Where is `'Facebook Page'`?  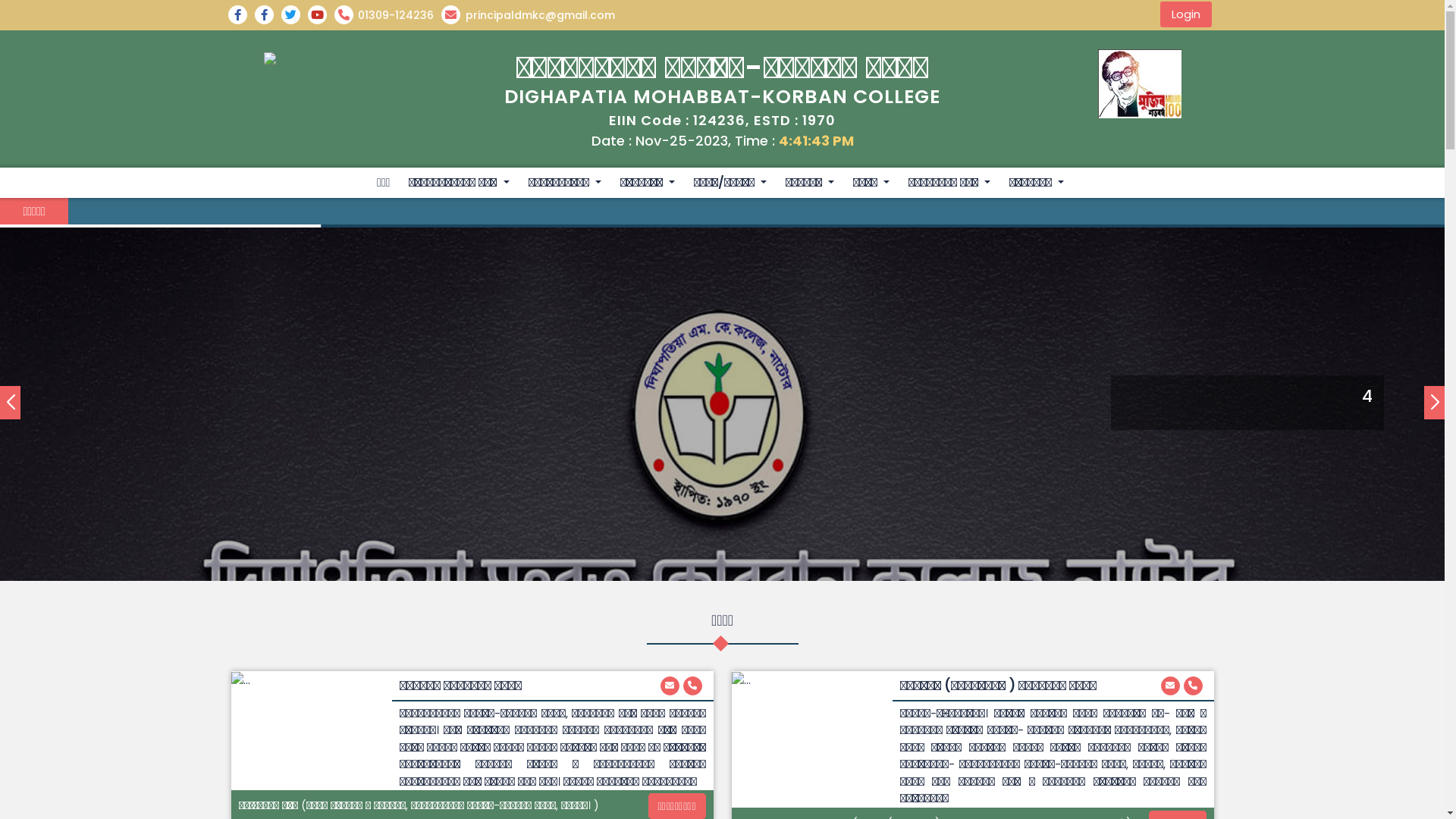 'Facebook Page' is located at coordinates (268, 14).